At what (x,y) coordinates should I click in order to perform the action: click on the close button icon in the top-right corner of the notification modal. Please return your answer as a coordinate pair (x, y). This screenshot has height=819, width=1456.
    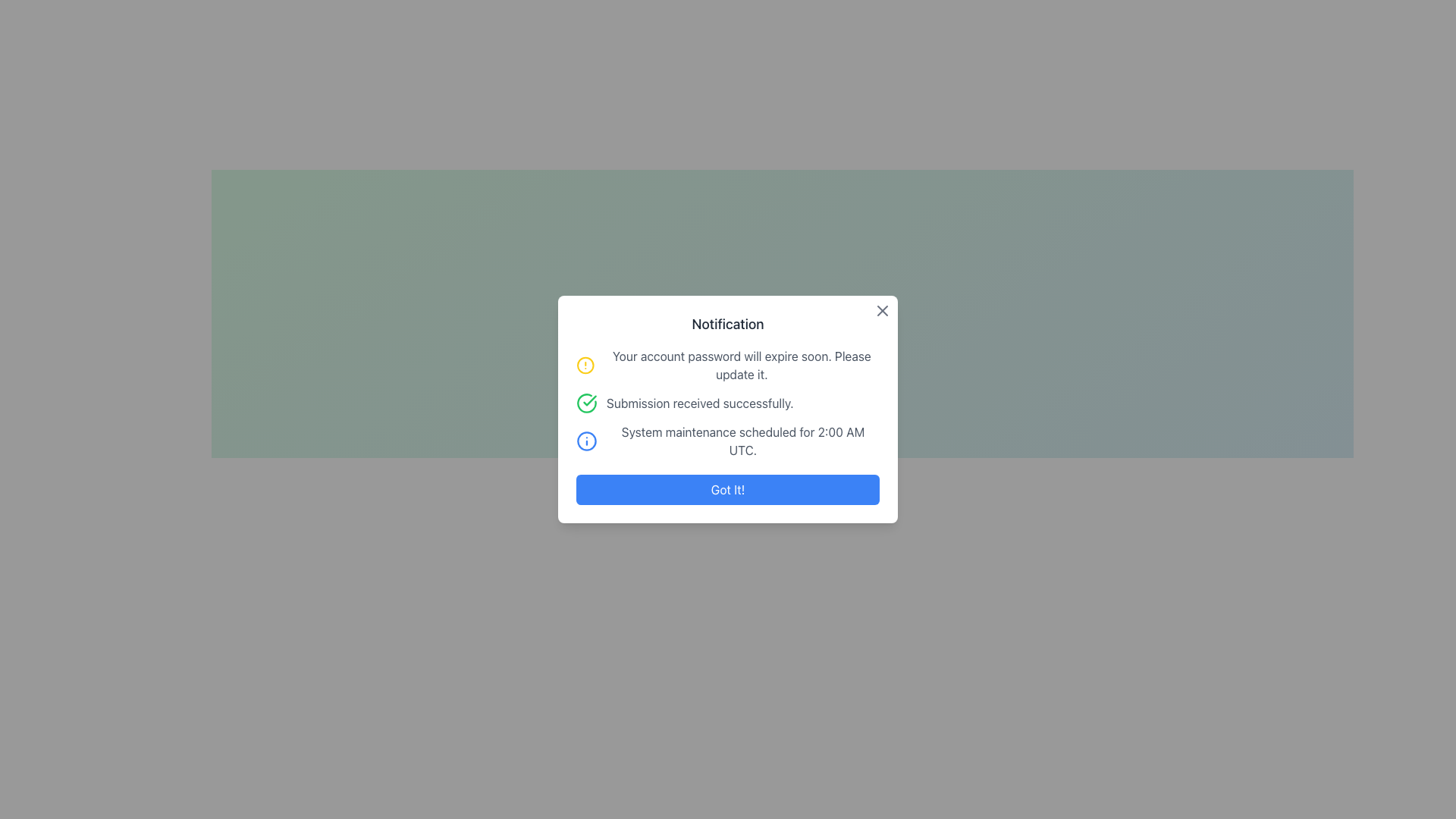
    Looking at the image, I should click on (882, 309).